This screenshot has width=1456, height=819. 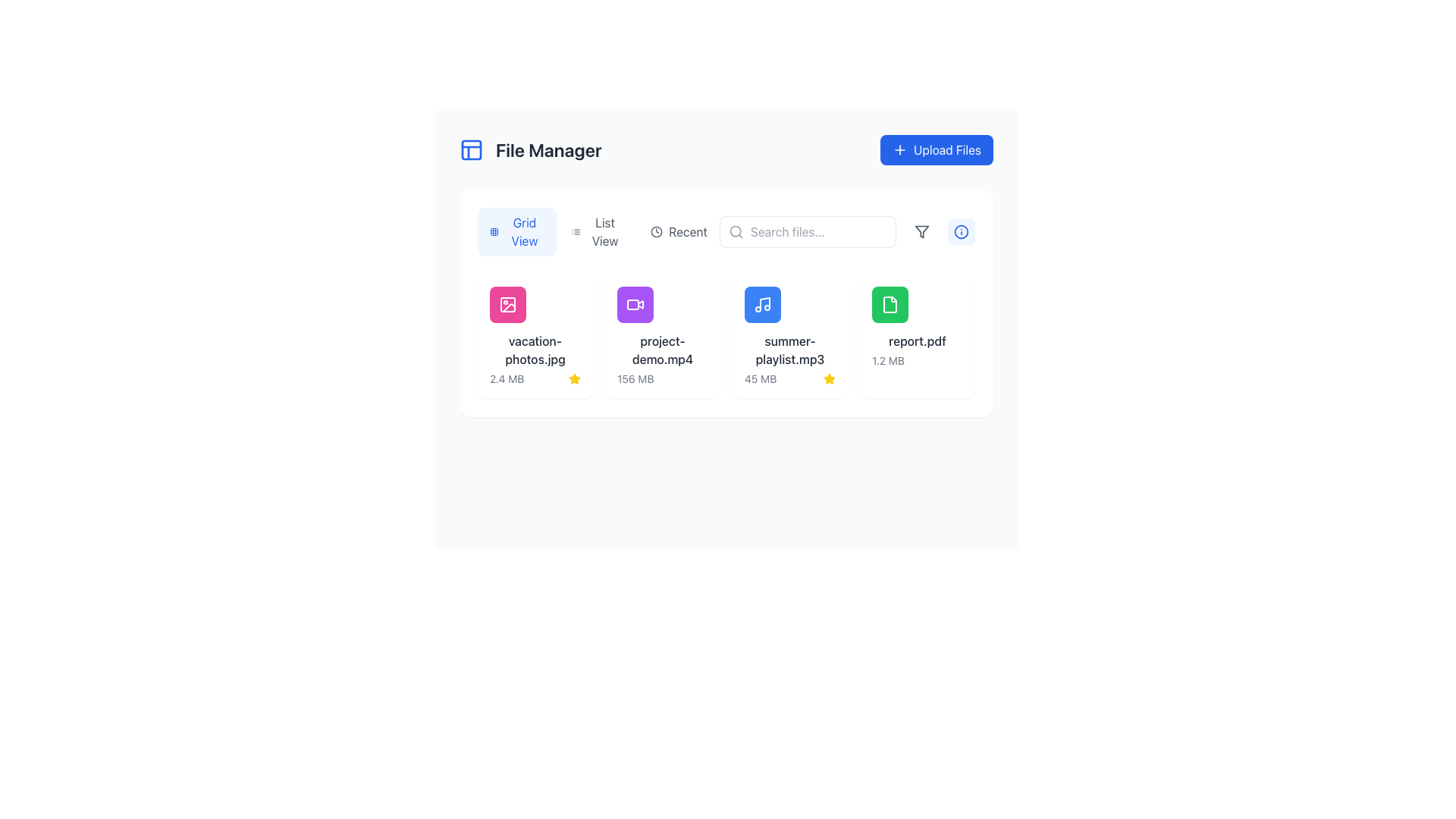 I want to click on the grid icon button with a square outline and blue highlight located in the header section of the 'File Manager' panel, adjacent to the label 'Grid View', to change to grid view, so click(x=494, y=231).